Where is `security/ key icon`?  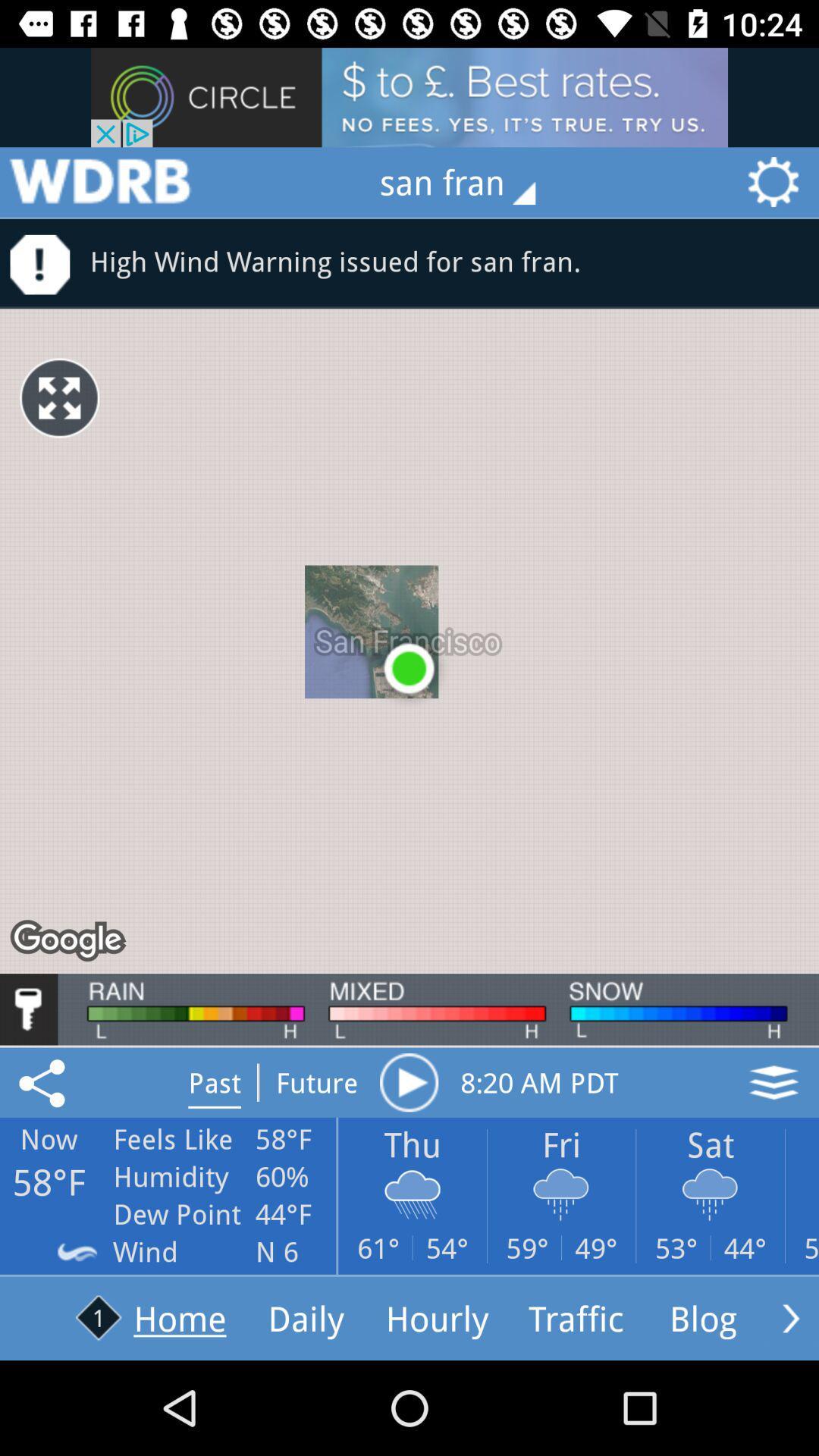
security/ key icon is located at coordinates (29, 1009).